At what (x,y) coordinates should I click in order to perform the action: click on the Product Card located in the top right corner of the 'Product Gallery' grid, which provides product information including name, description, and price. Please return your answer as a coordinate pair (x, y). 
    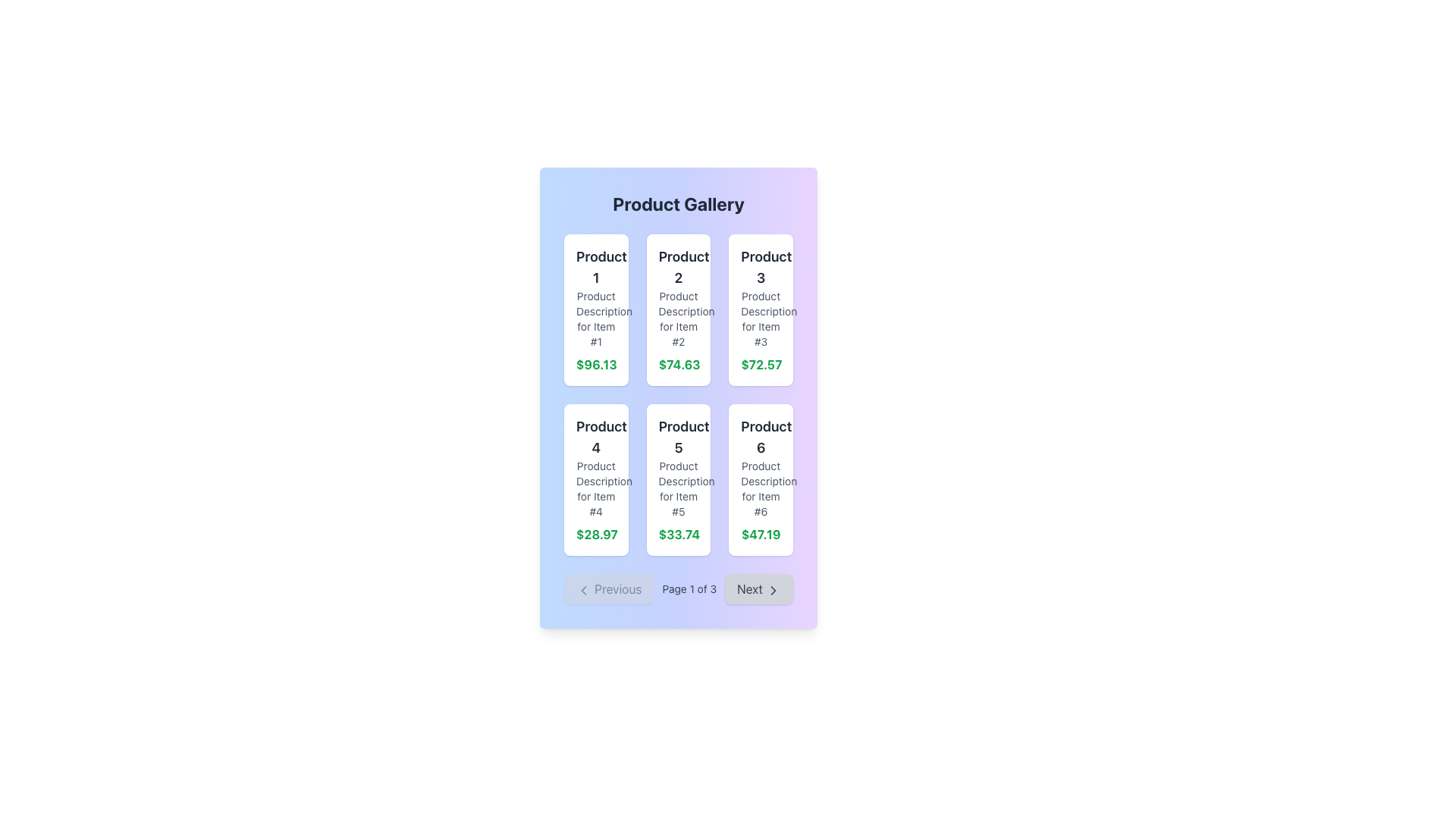
    Looking at the image, I should click on (761, 309).